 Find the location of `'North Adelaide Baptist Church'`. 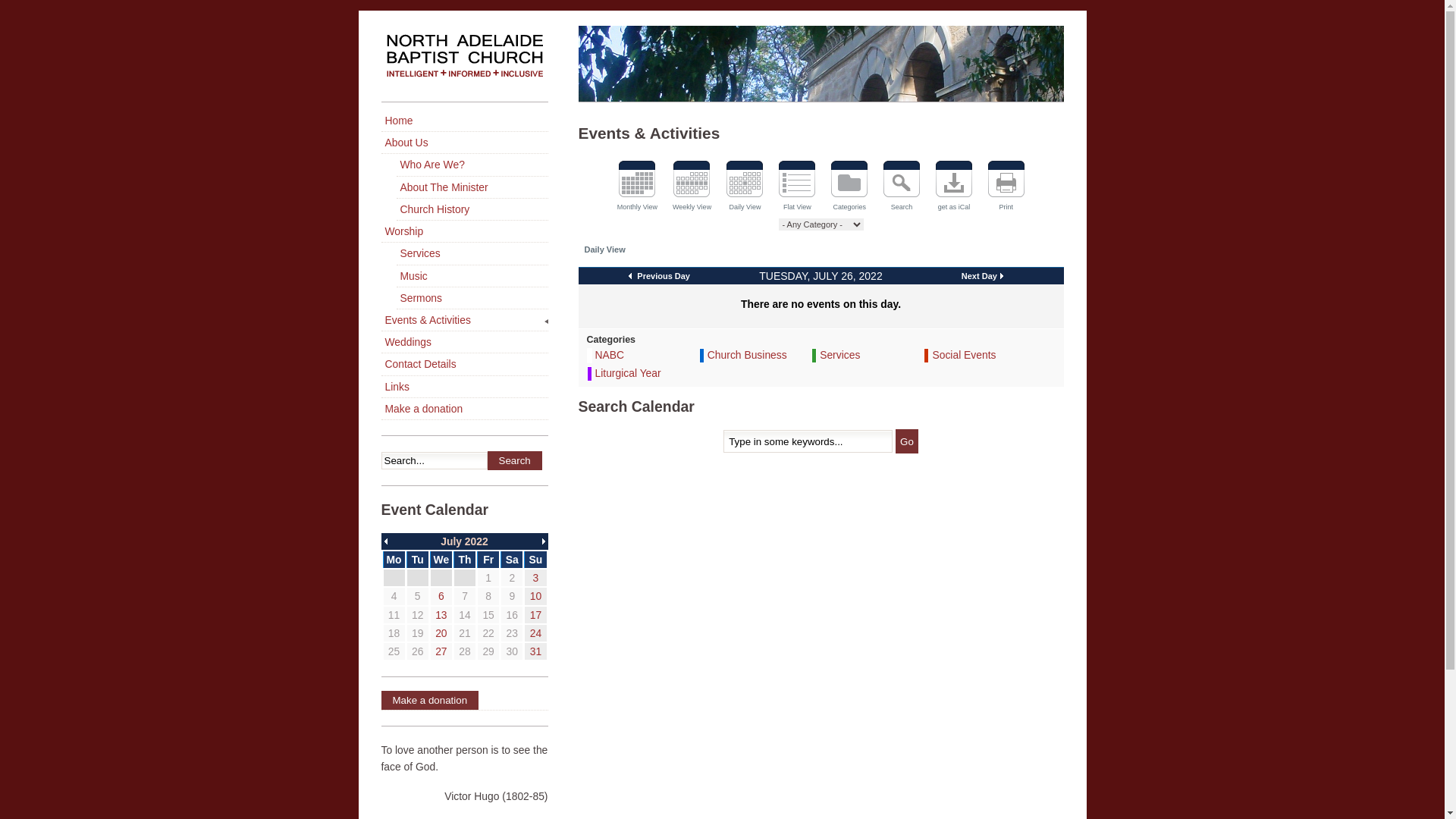

'North Adelaide Baptist Church' is located at coordinates (463, 63).